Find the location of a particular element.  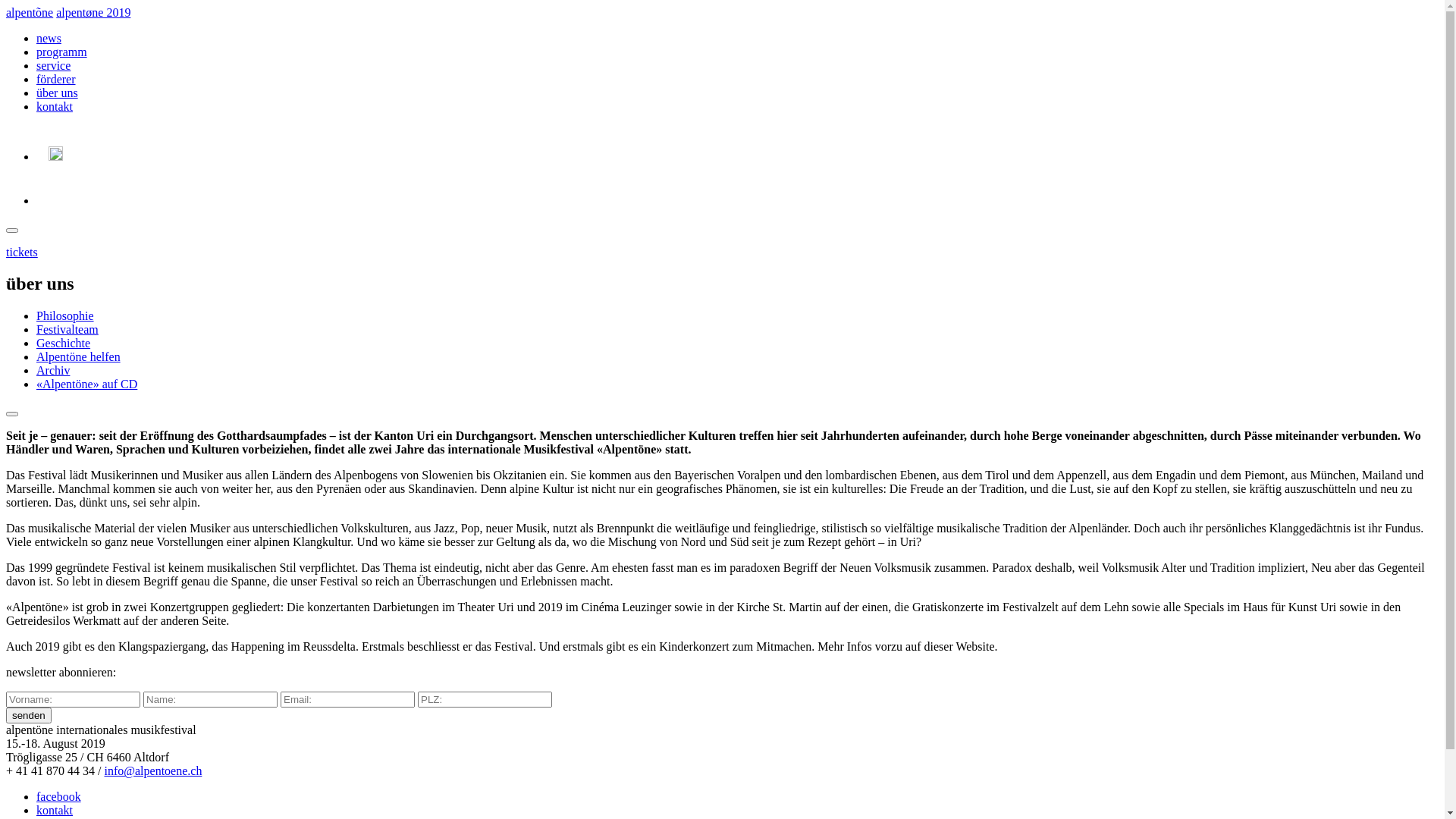

'facebook' is located at coordinates (36, 795).